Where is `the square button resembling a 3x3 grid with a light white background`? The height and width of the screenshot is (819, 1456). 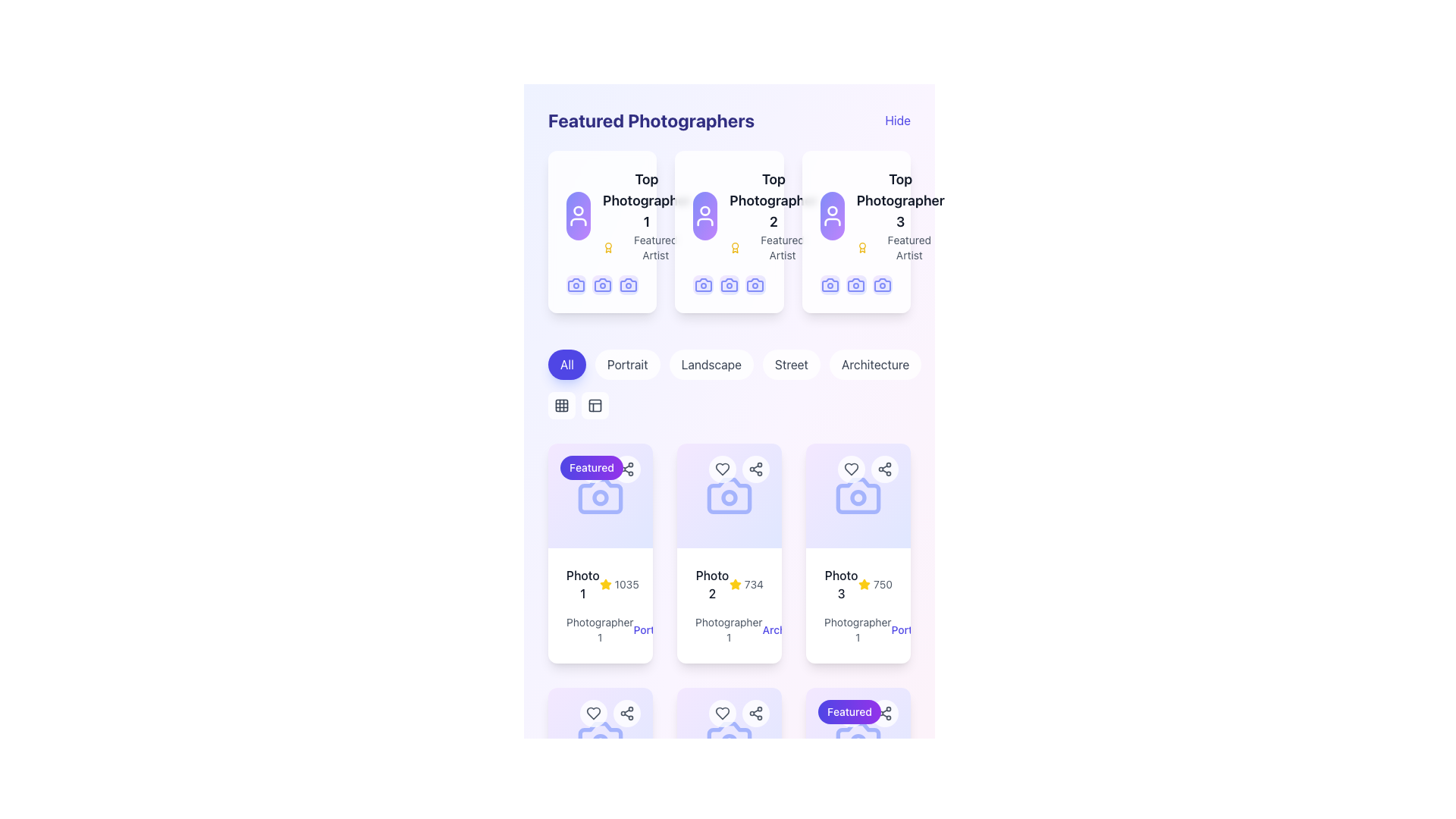
the square button resembling a 3x3 grid with a light white background is located at coordinates (560, 405).